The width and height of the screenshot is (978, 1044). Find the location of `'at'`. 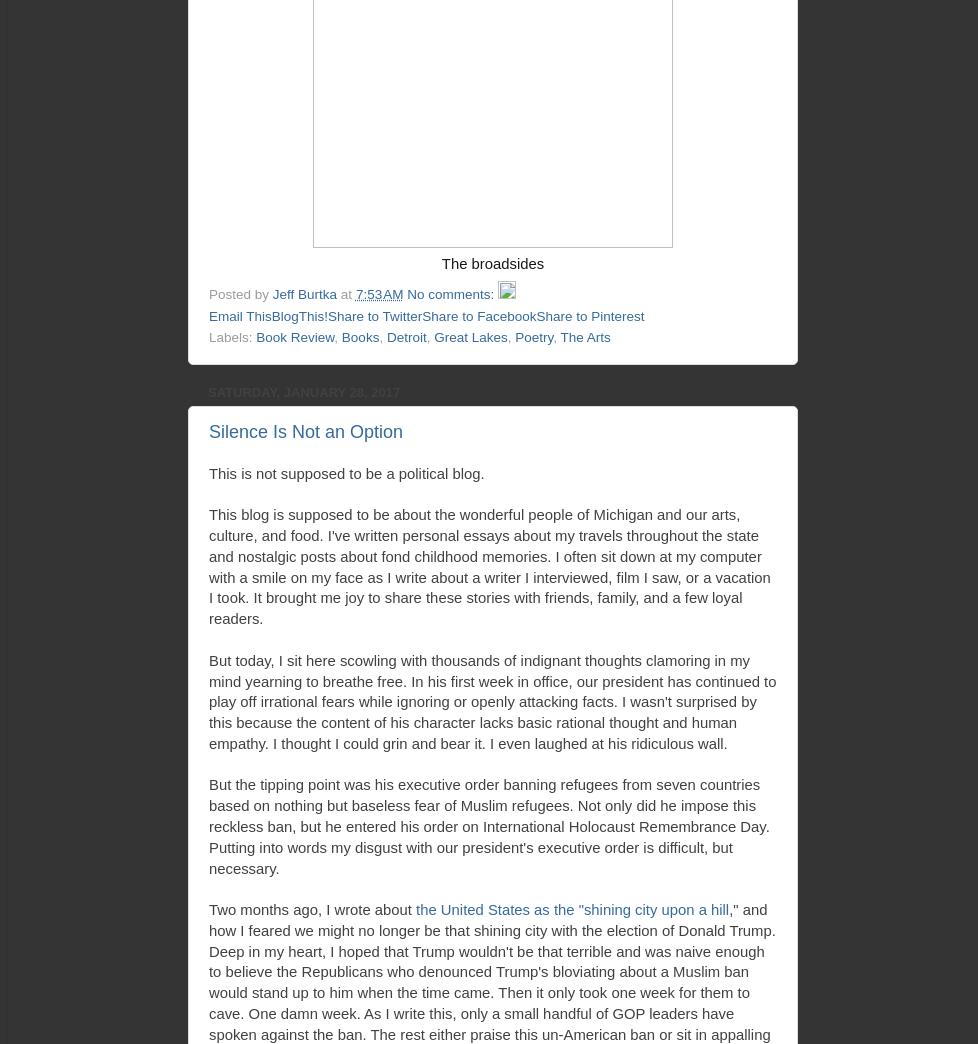

'at' is located at coordinates (346, 293).